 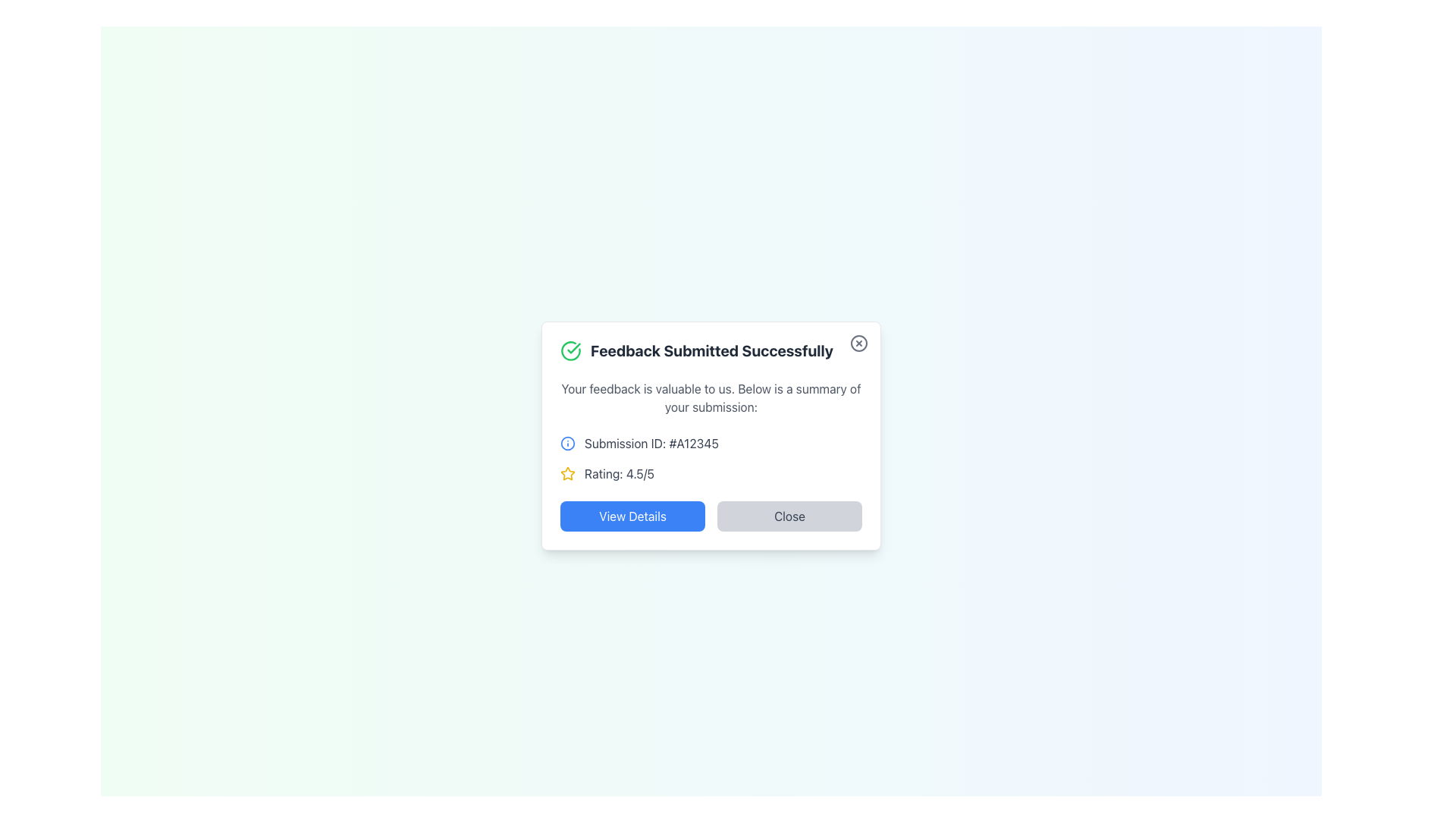 What do you see at coordinates (566, 472) in the screenshot?
I see `the yellow star-shaped icon representing a rating, positioned to the left of the text 'Rating: 4.5/5'` at bounding box center [566, 472].